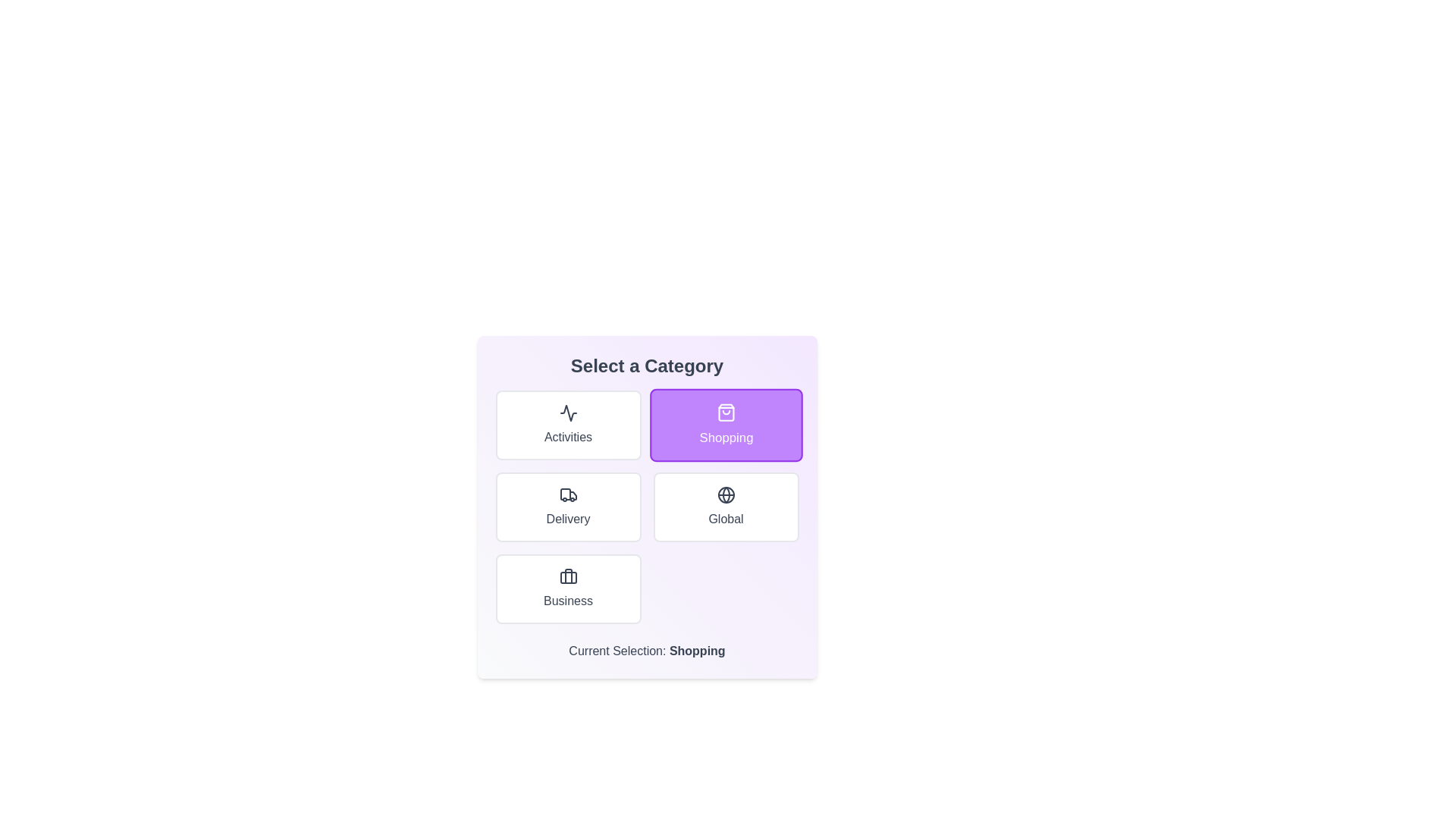 This screenshot has height=819, width=1456. I want to click on the button corresponding to the category Shopping, so click(725, 425).